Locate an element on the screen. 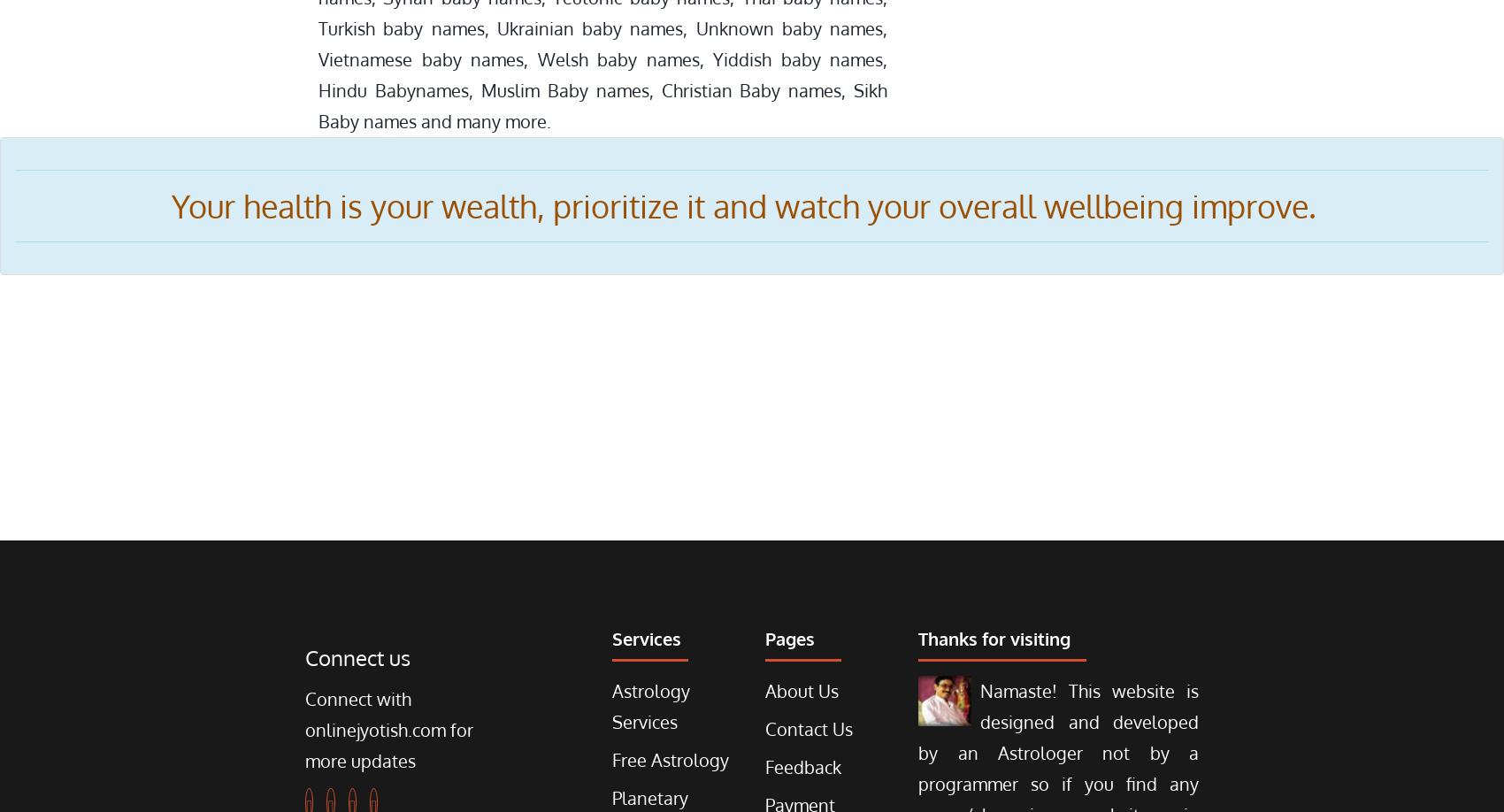  'Connect with onlinejyotish.com for more updates' is located at coordinates (388, 730).